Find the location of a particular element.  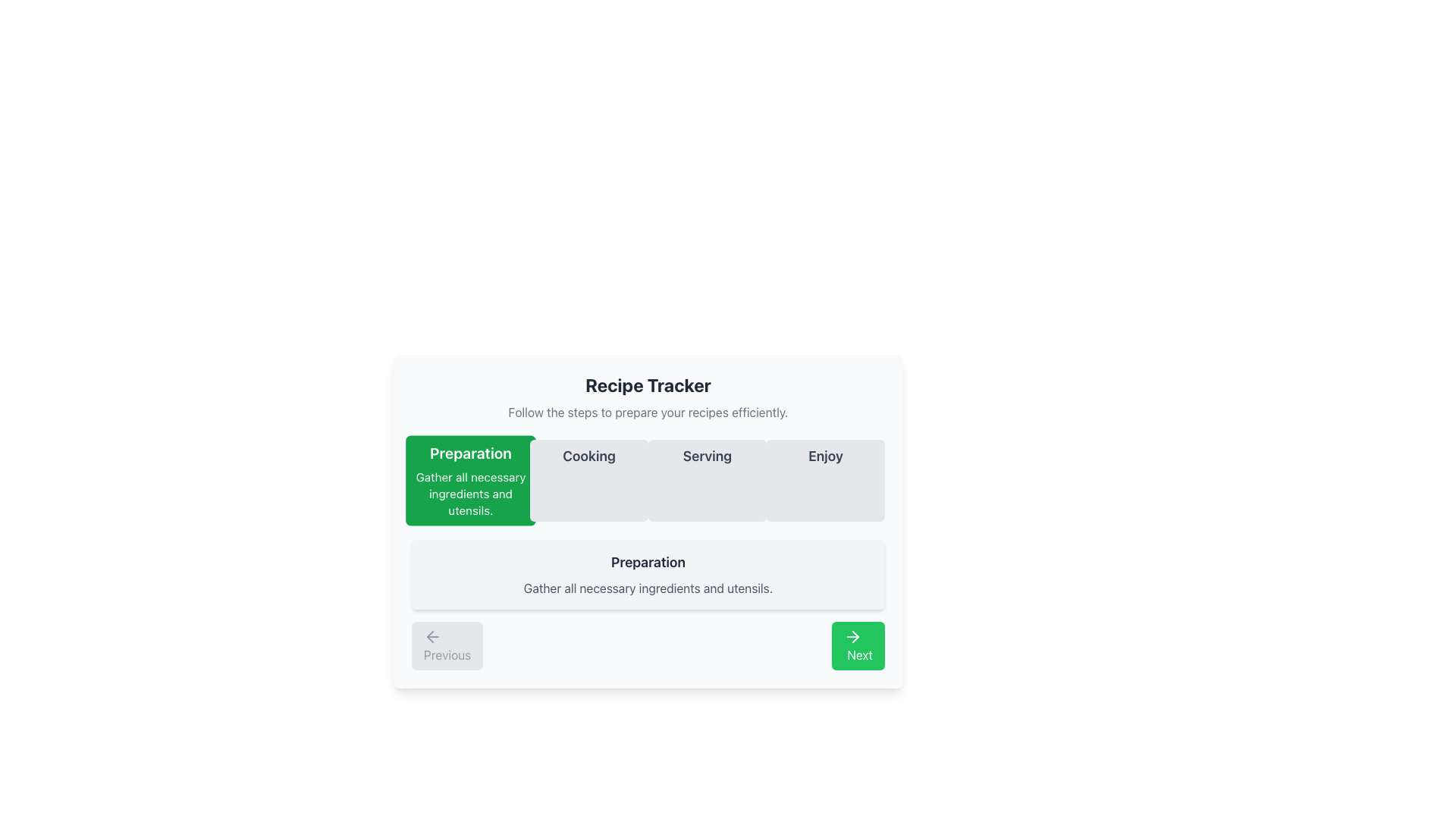

the static text displaying 'Gather all necessary ingredients and utensils.' which is located beneath the title 'Preparation' is located at coordinates (648, 587).